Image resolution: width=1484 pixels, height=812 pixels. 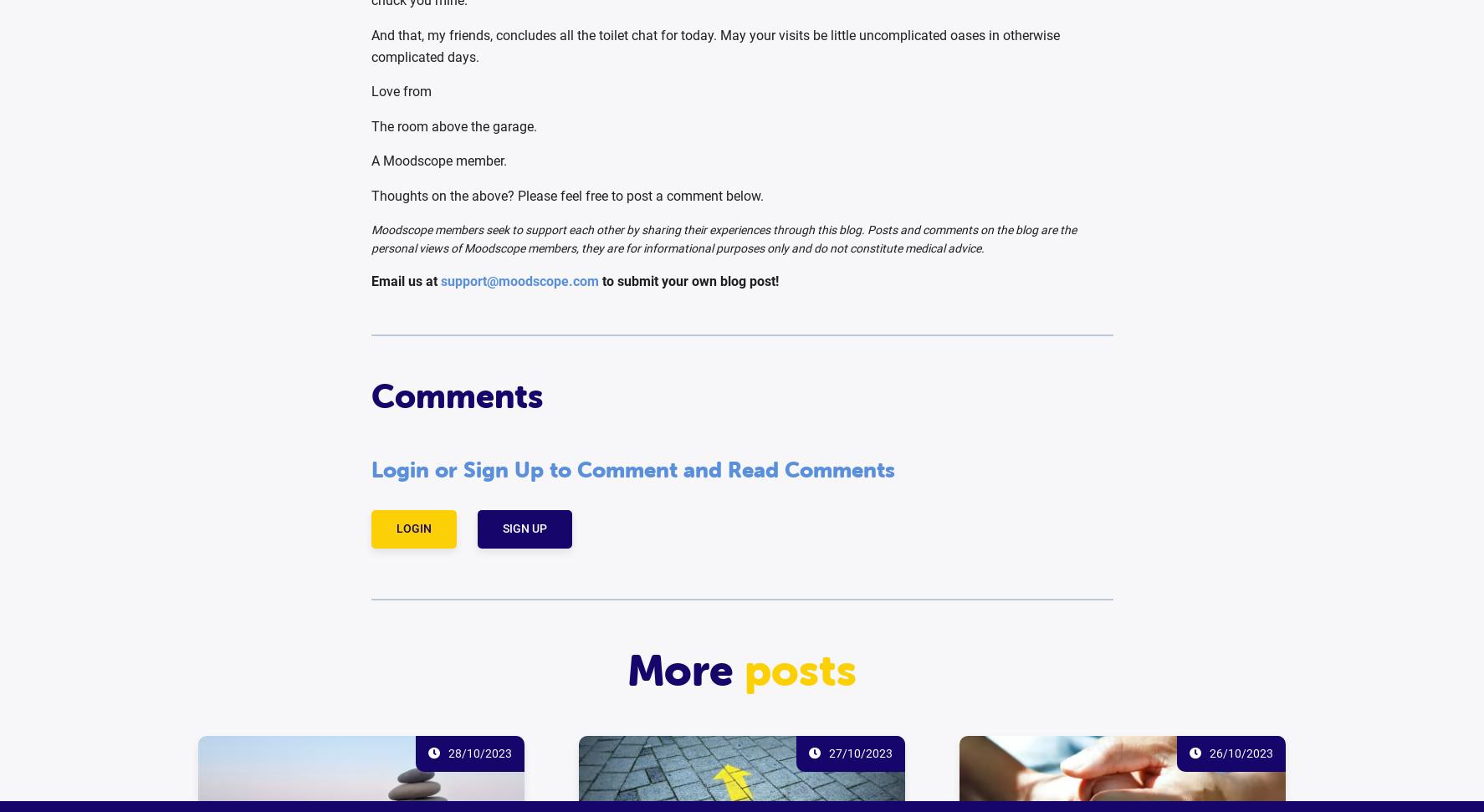 What do you see at coordinates (860, 753) in the screenshot?
I see `'27/10/2023'` at bounding box center [860, 753].